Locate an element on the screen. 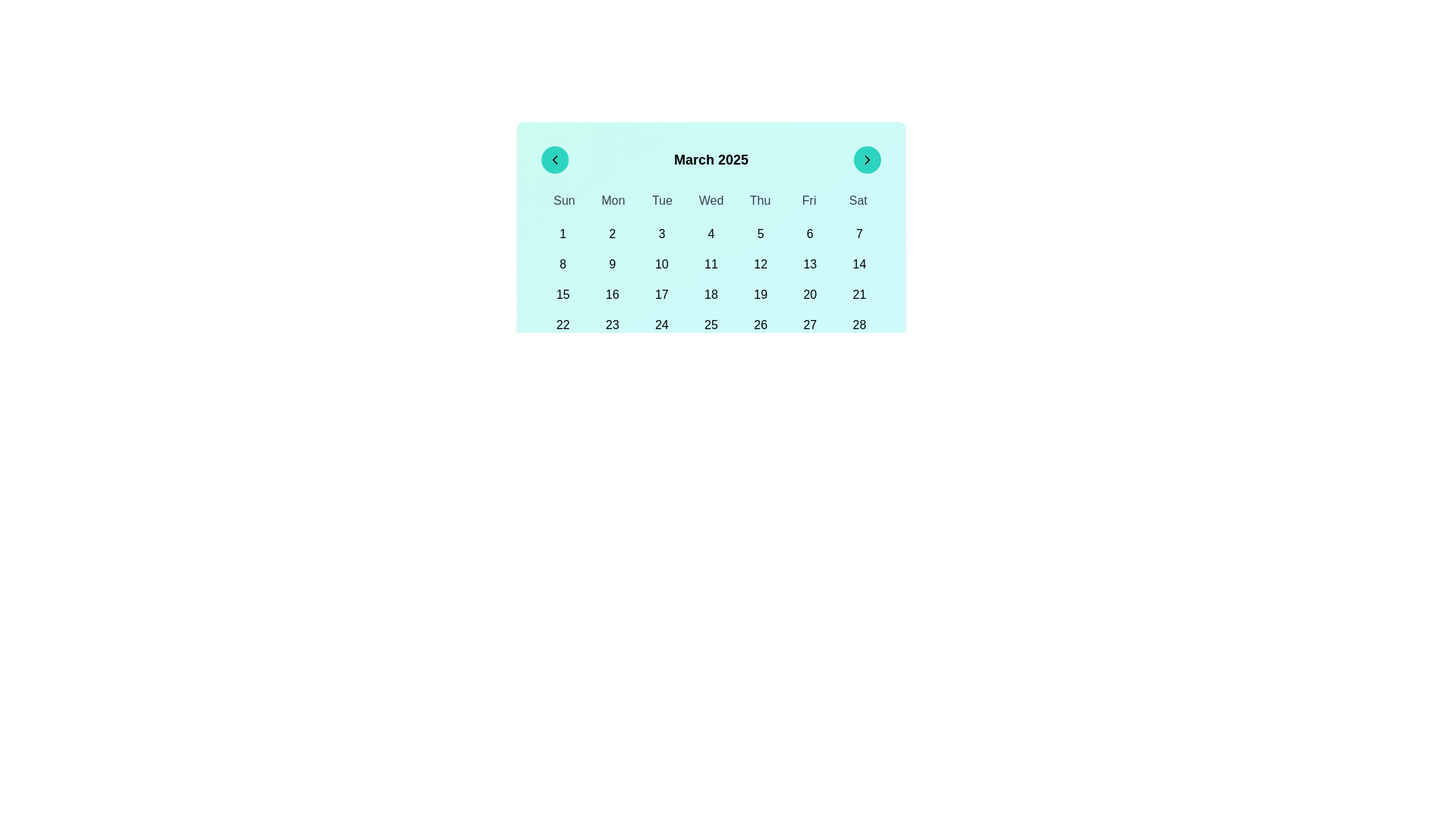  the rounded rectangular button with a light cyan background labeled '21' is located at coordinates (859, 295).